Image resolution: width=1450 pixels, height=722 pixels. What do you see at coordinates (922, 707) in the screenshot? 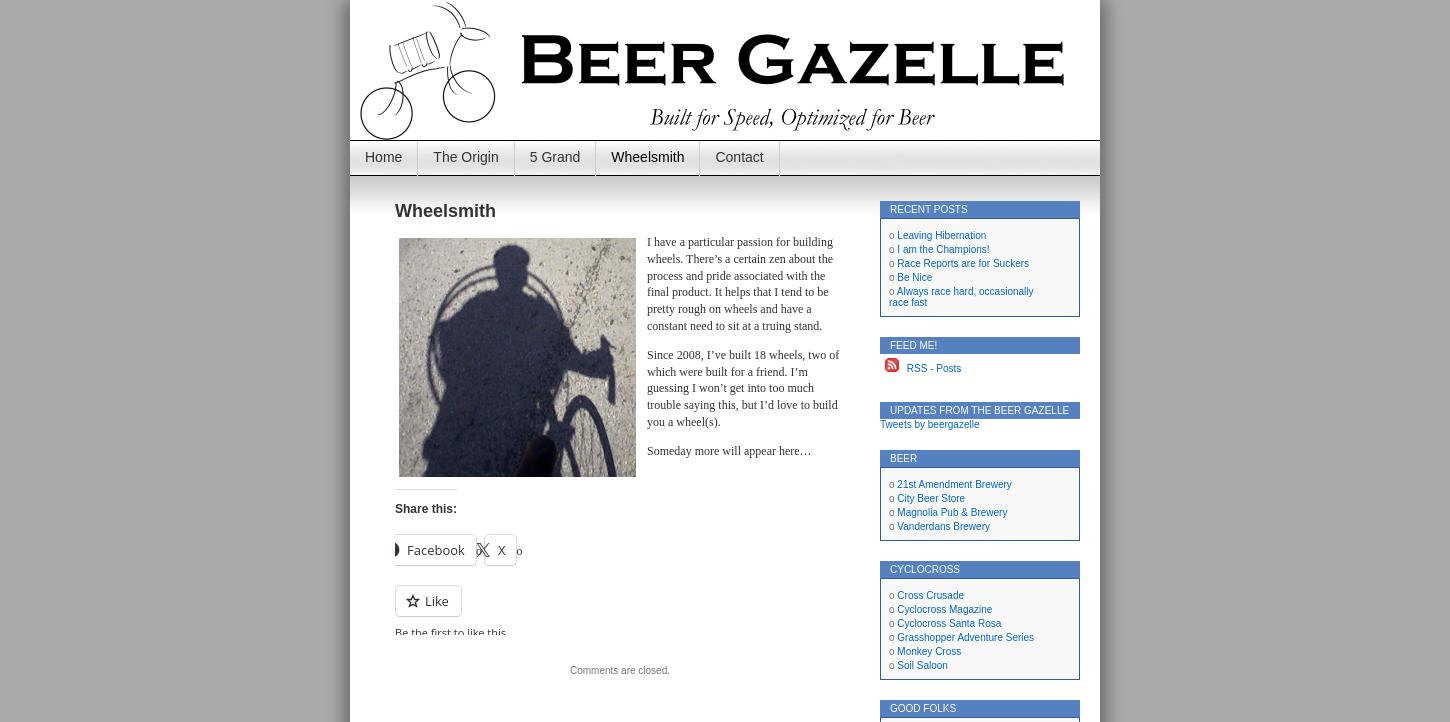
I see `'good folks'` at bounding box center [922, 707].